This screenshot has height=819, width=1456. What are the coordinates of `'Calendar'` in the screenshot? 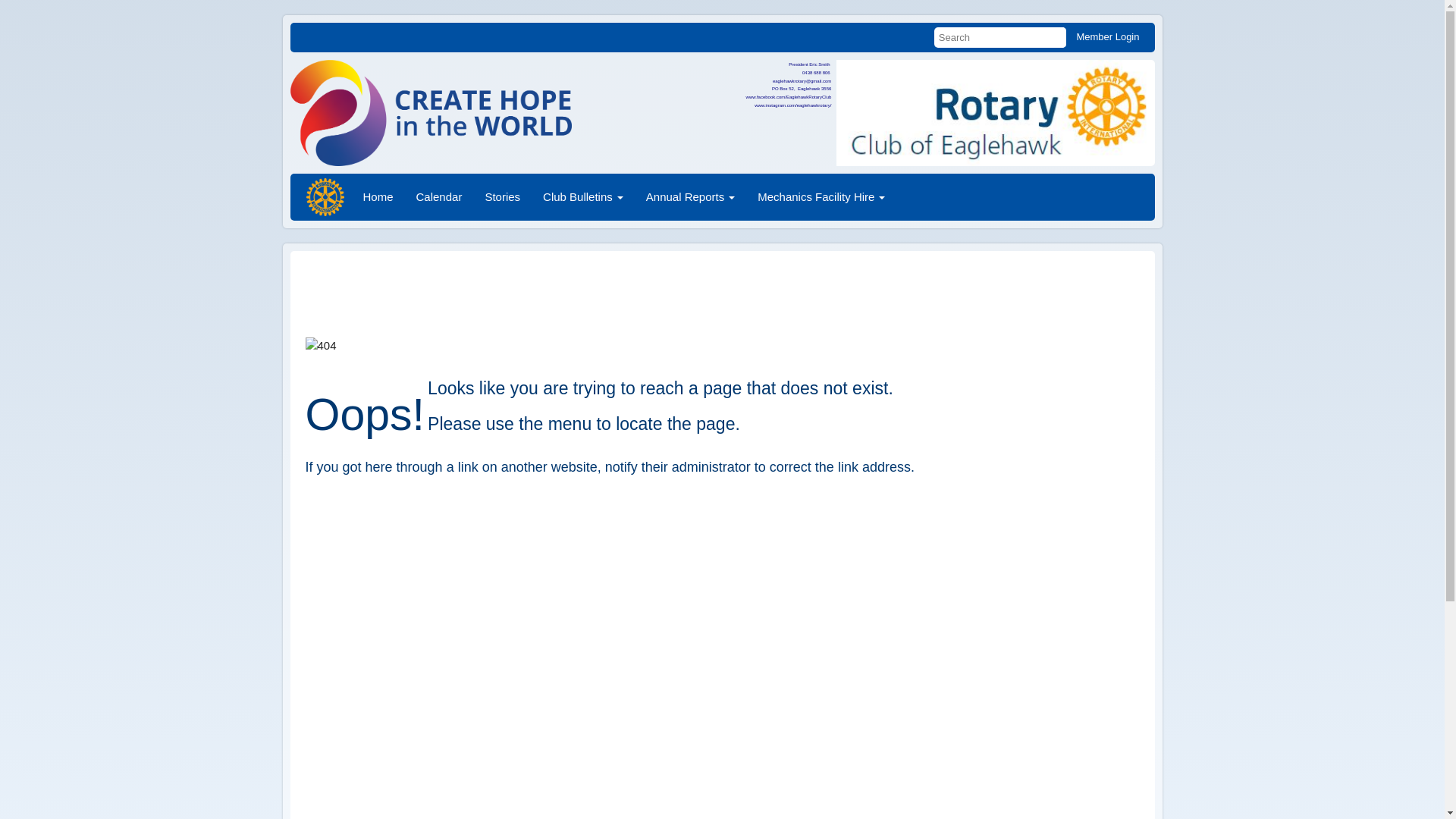 It's located at (438, 196).